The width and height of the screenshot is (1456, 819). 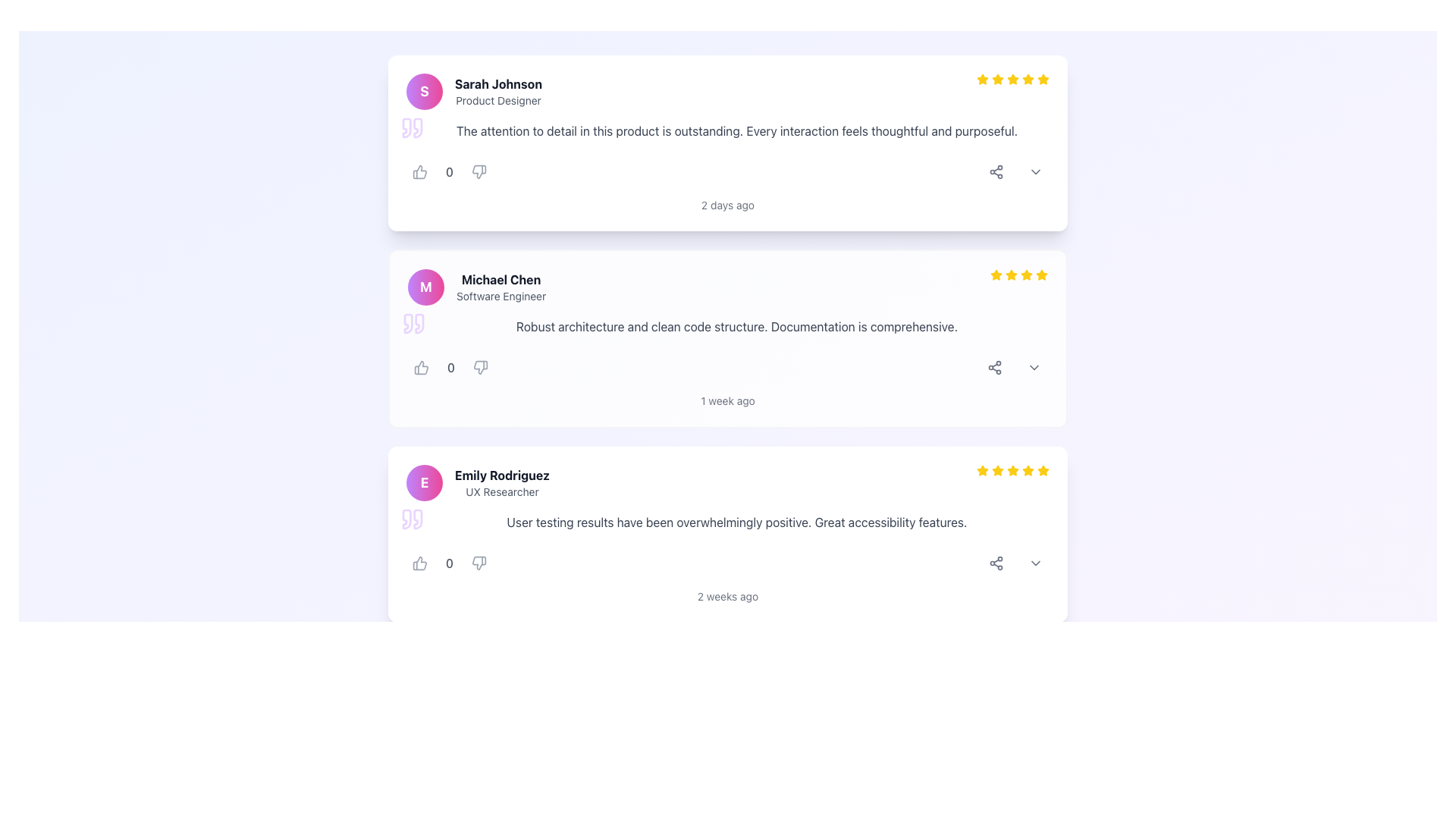 I want to click on the quotation mark icon in the bottom-most card of the vertical list layout, which is purple and thin-lined, located to the left of the user's name and avatar, so click(x=406, y=519).